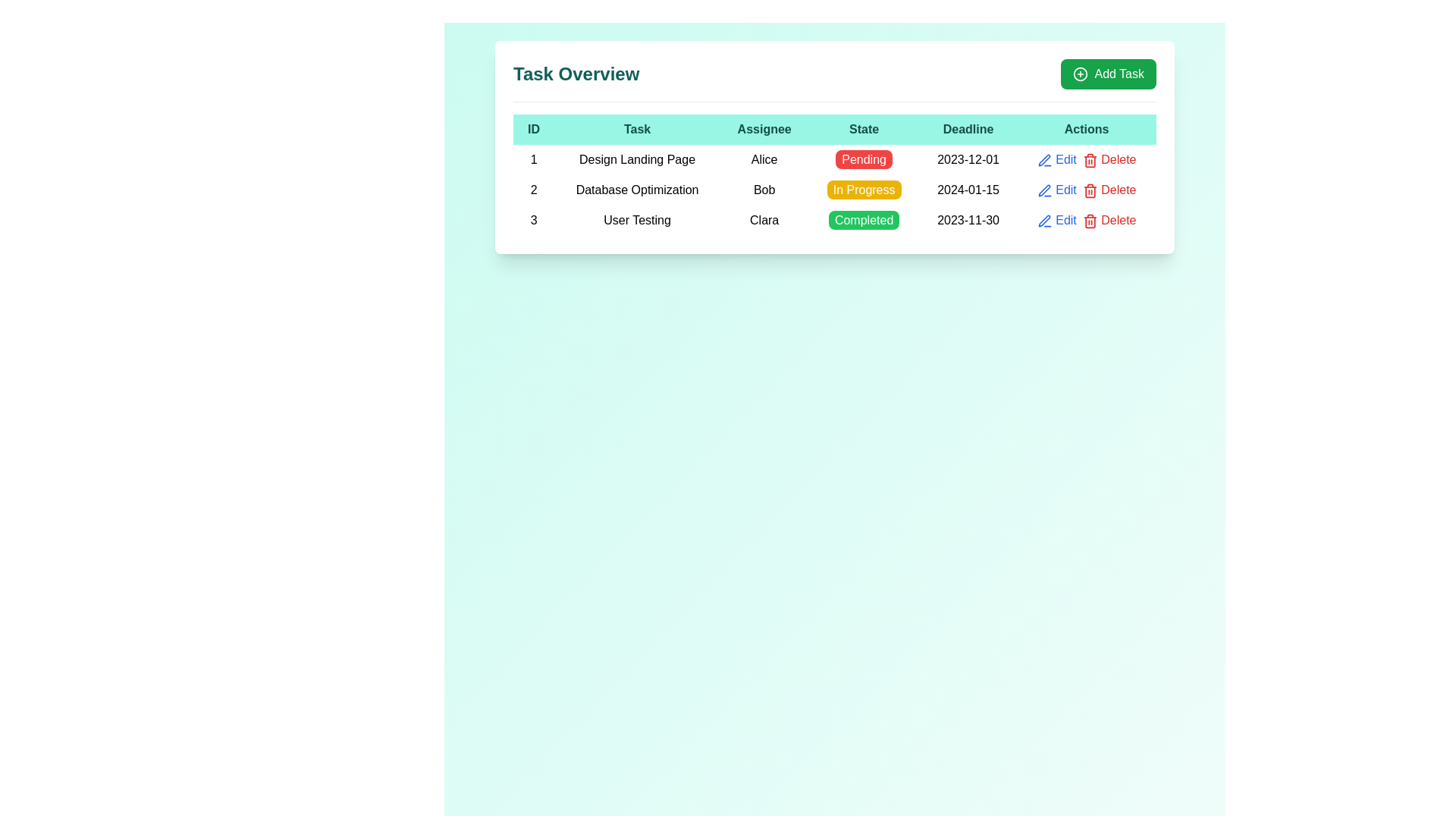 Image resolution: width=1456 pixels, height=819 pixels. What do you see at coordinates (1043, 221) in the screenshot?
I see `the editable modification indicator icon located in the 'Actions' column of the third row in the task overview table, next to the 'Edit' text` at bounding box center [1043, 221].